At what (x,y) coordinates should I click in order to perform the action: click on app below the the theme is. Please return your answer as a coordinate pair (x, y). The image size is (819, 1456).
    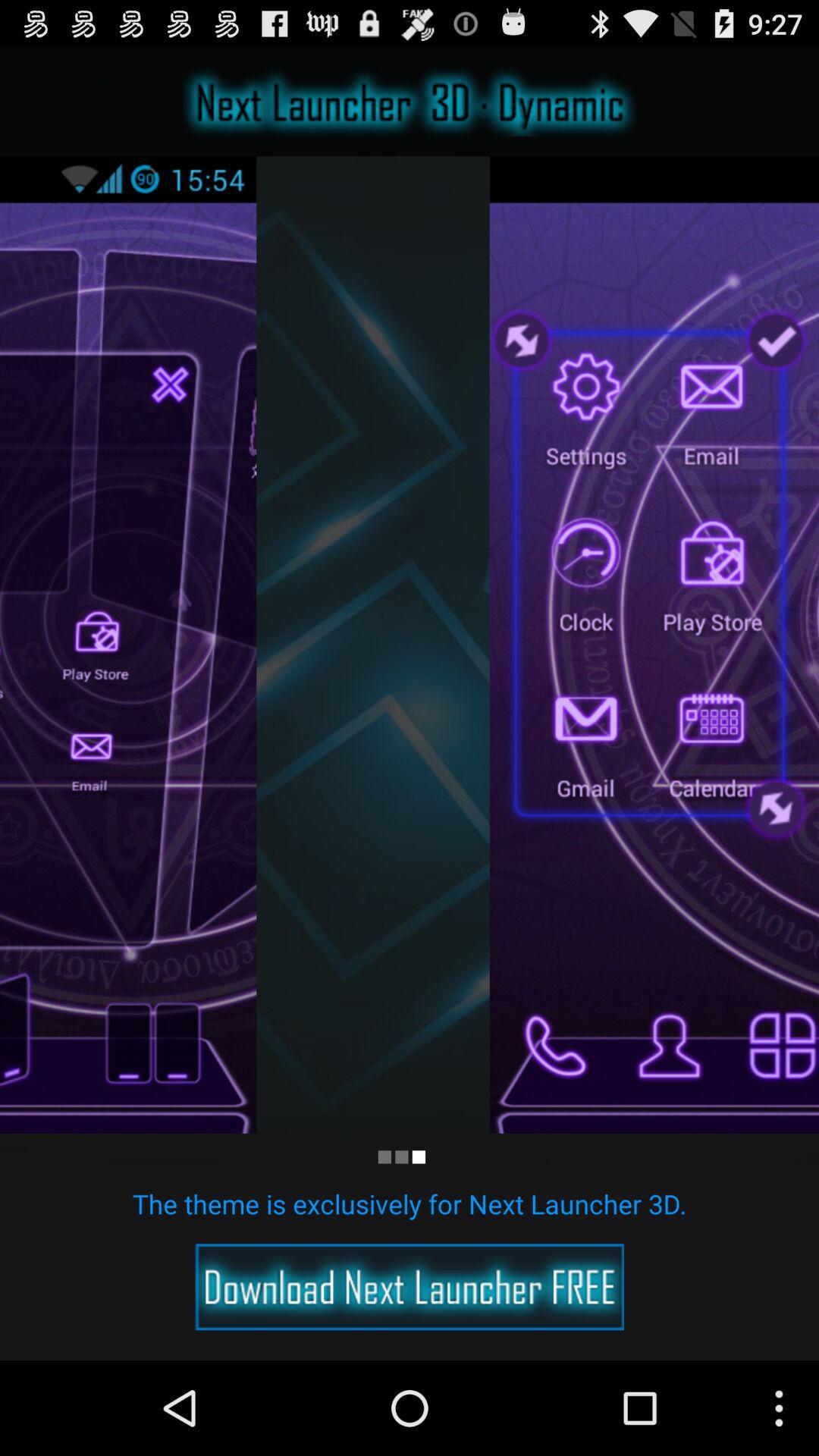
    Looking at the image, I should click on (409, 1286).